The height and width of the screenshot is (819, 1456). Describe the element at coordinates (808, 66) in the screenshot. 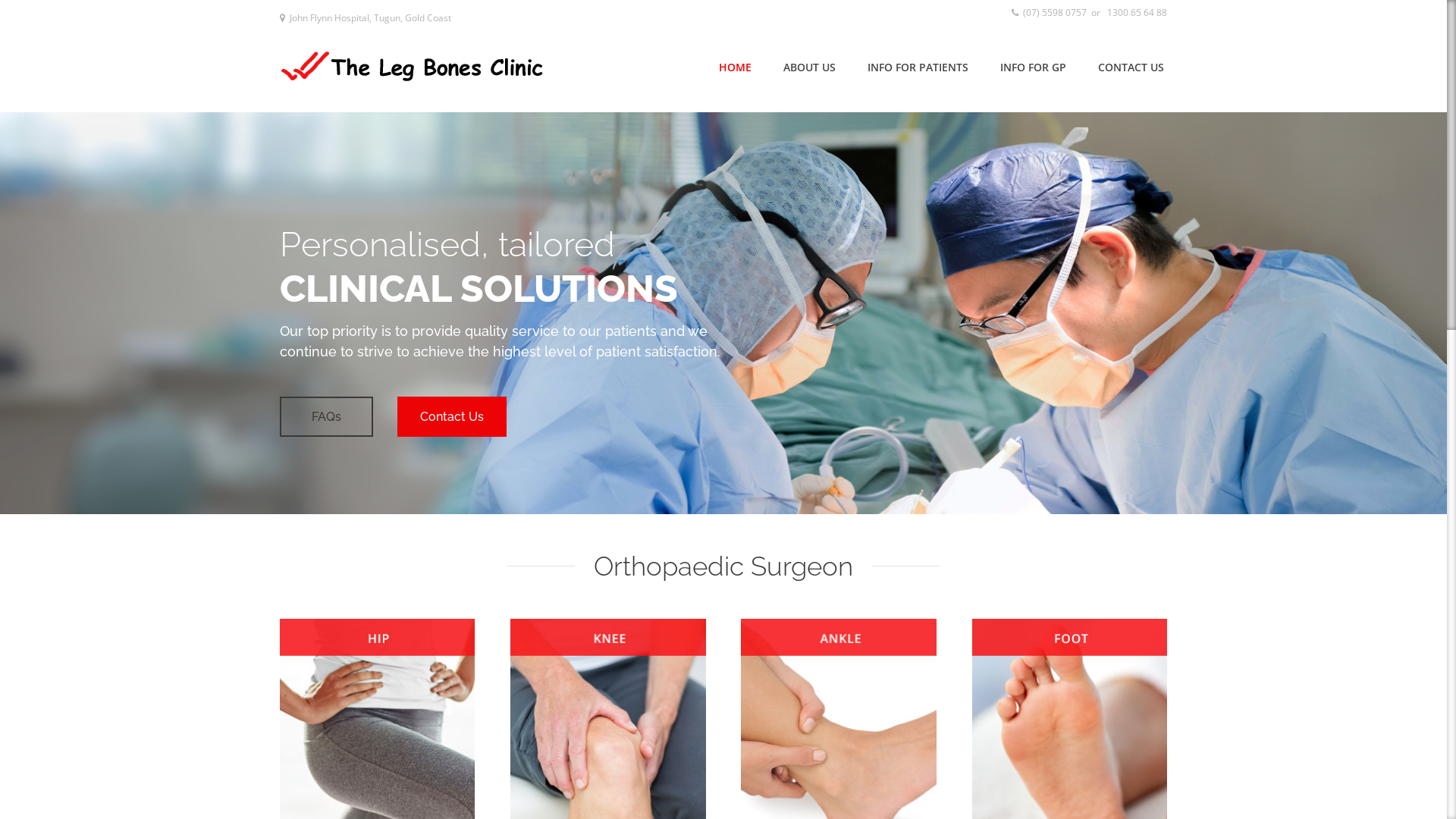

I see `'ABOUT US'` at that location.